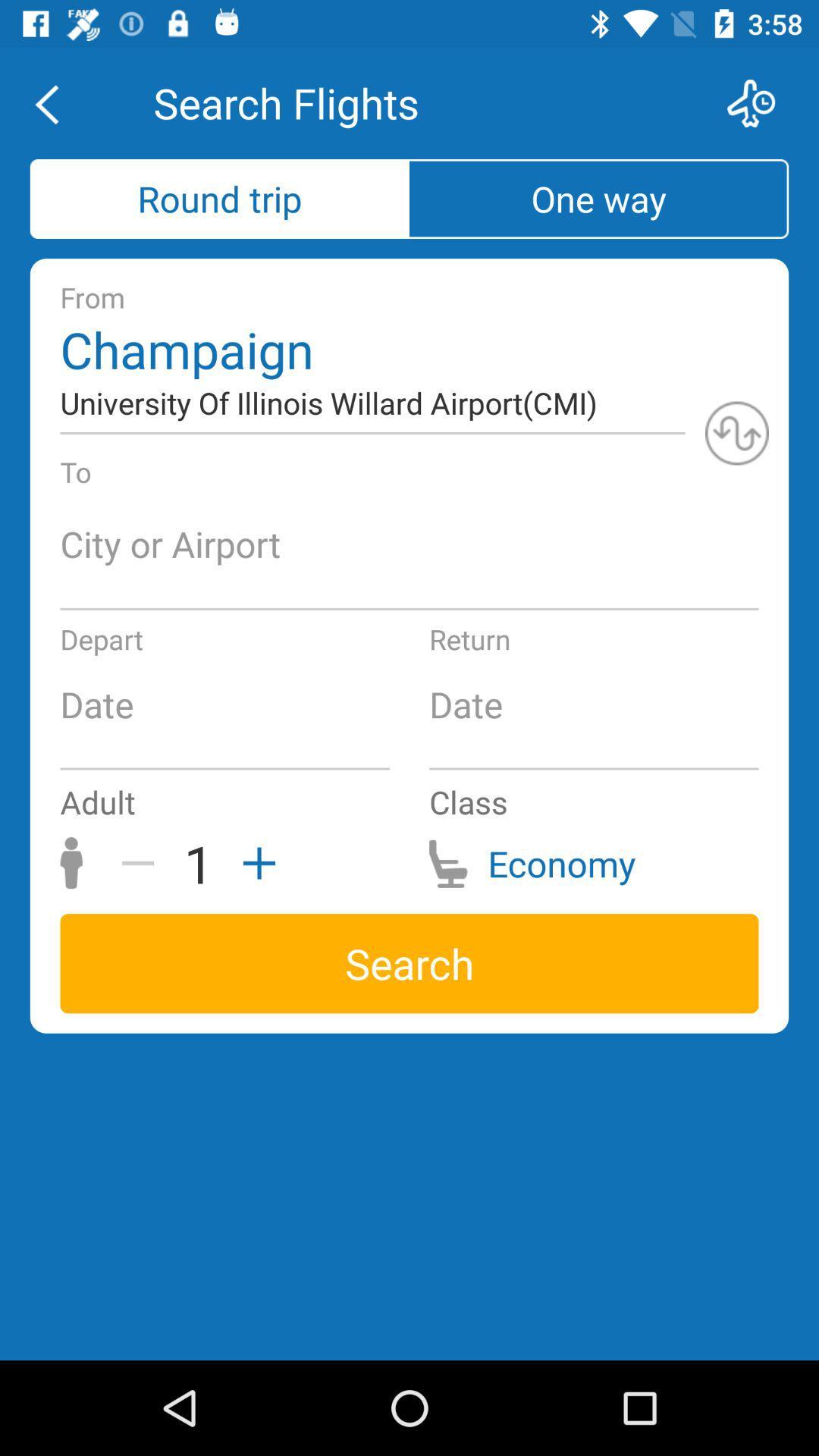 The width and height of the screenshot is (819, 1456). What do you see at coordinates (143, 863) in the screenshot?
I see `the minus icon` at bounding box center [143, 863].